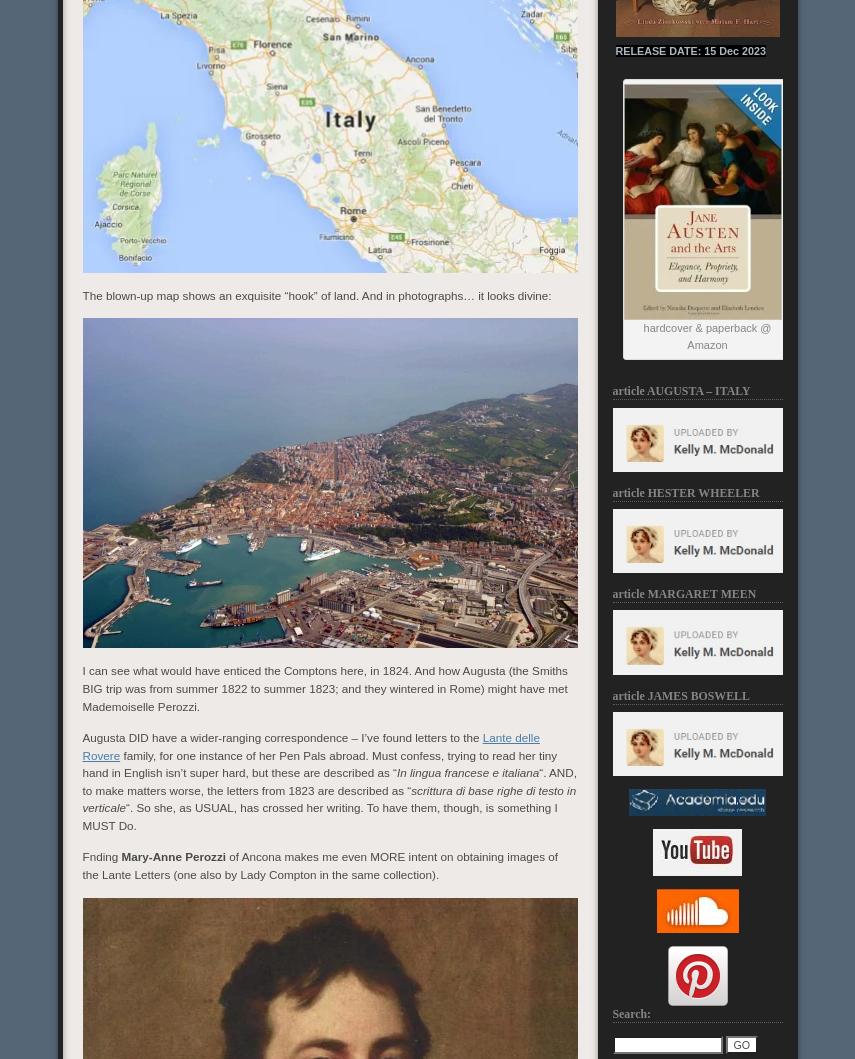 The width and height of the screenshot is (855, 1059). I want to click on 'article MARGARET MEEN', so click(684, 592).